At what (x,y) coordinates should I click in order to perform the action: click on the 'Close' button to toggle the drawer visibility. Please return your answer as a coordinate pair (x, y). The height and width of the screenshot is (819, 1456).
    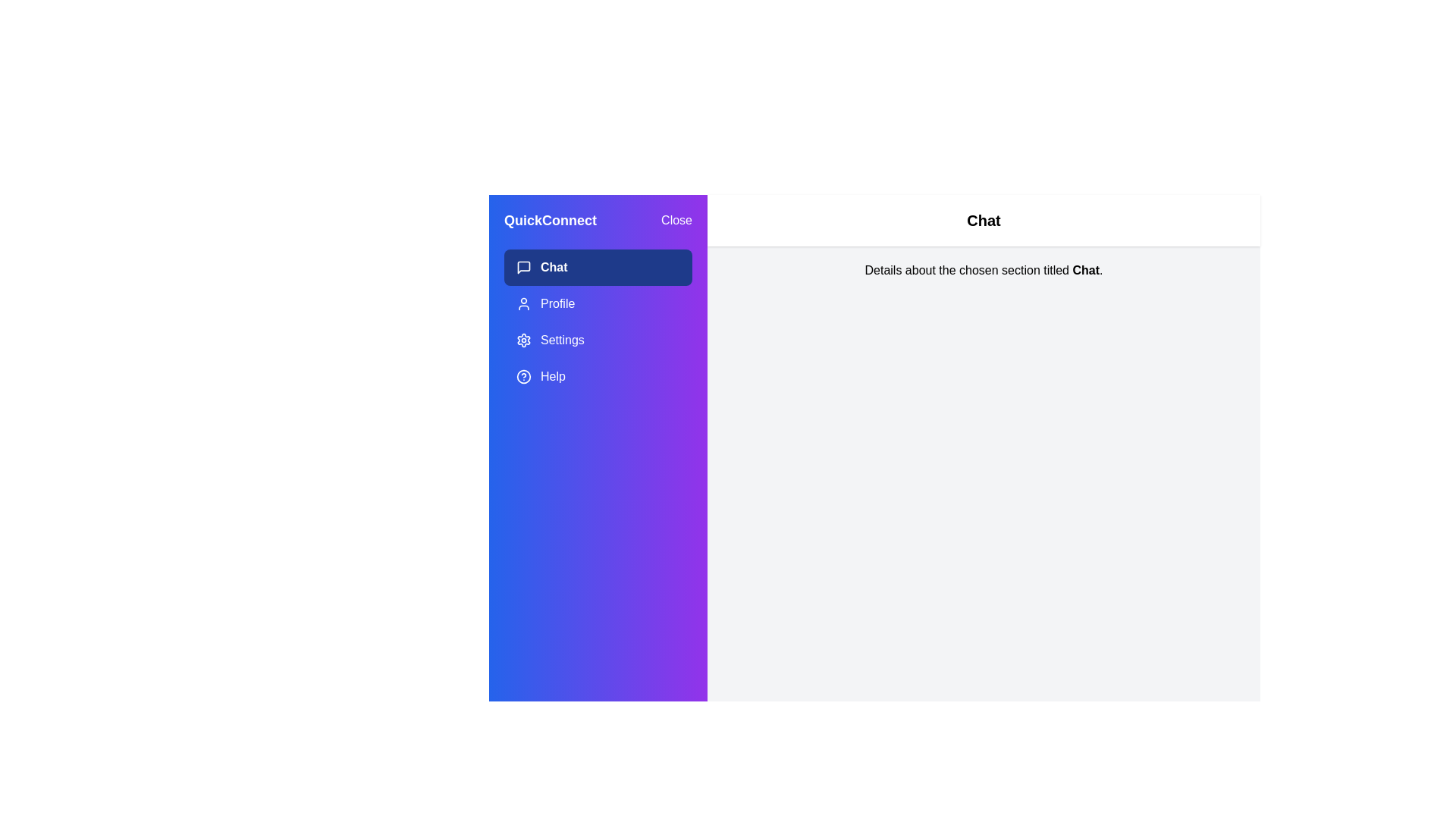
    Looking at the image, I should click on (676, 220).